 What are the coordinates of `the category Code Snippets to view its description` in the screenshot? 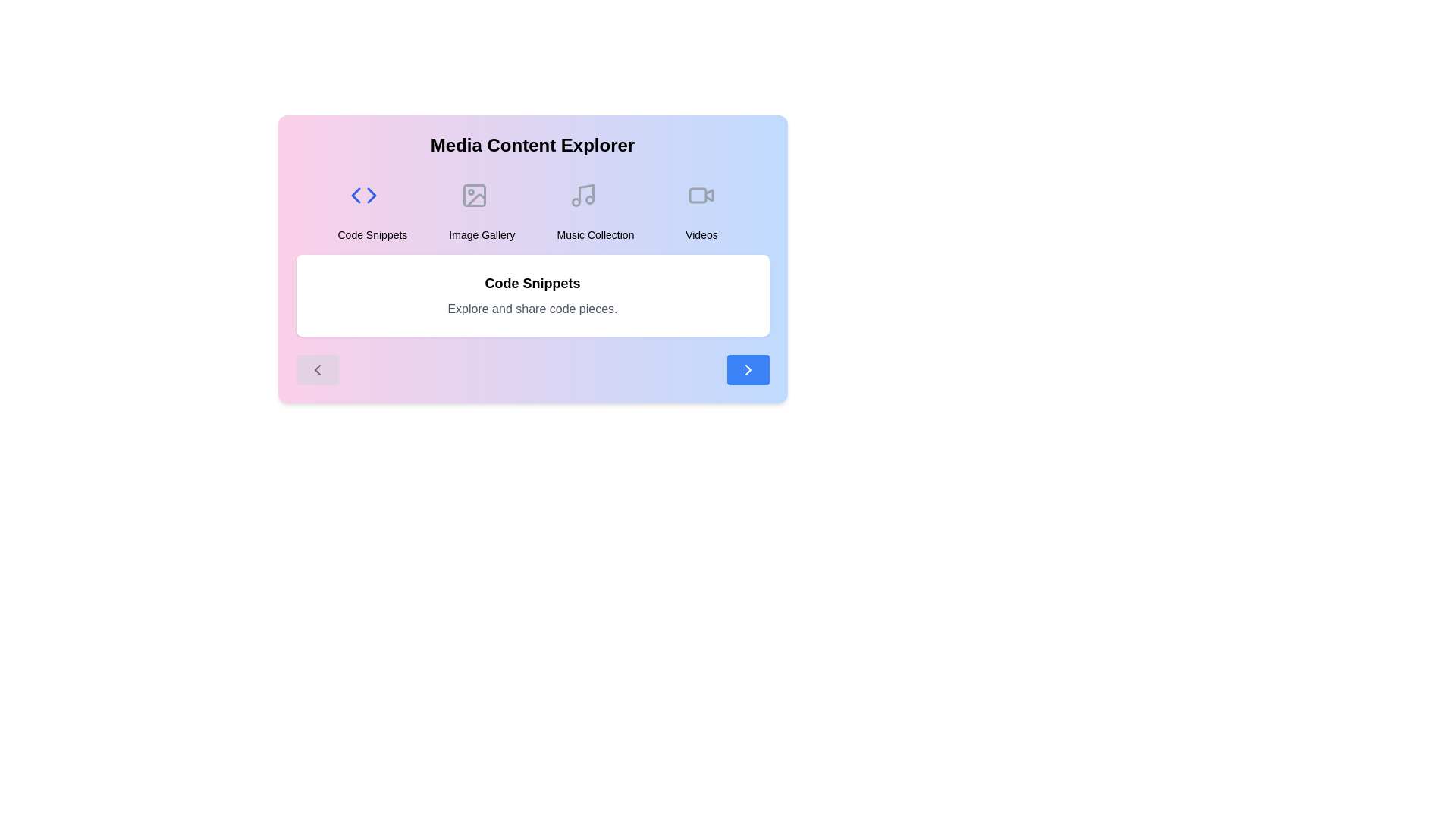 It's located at (372, 206).